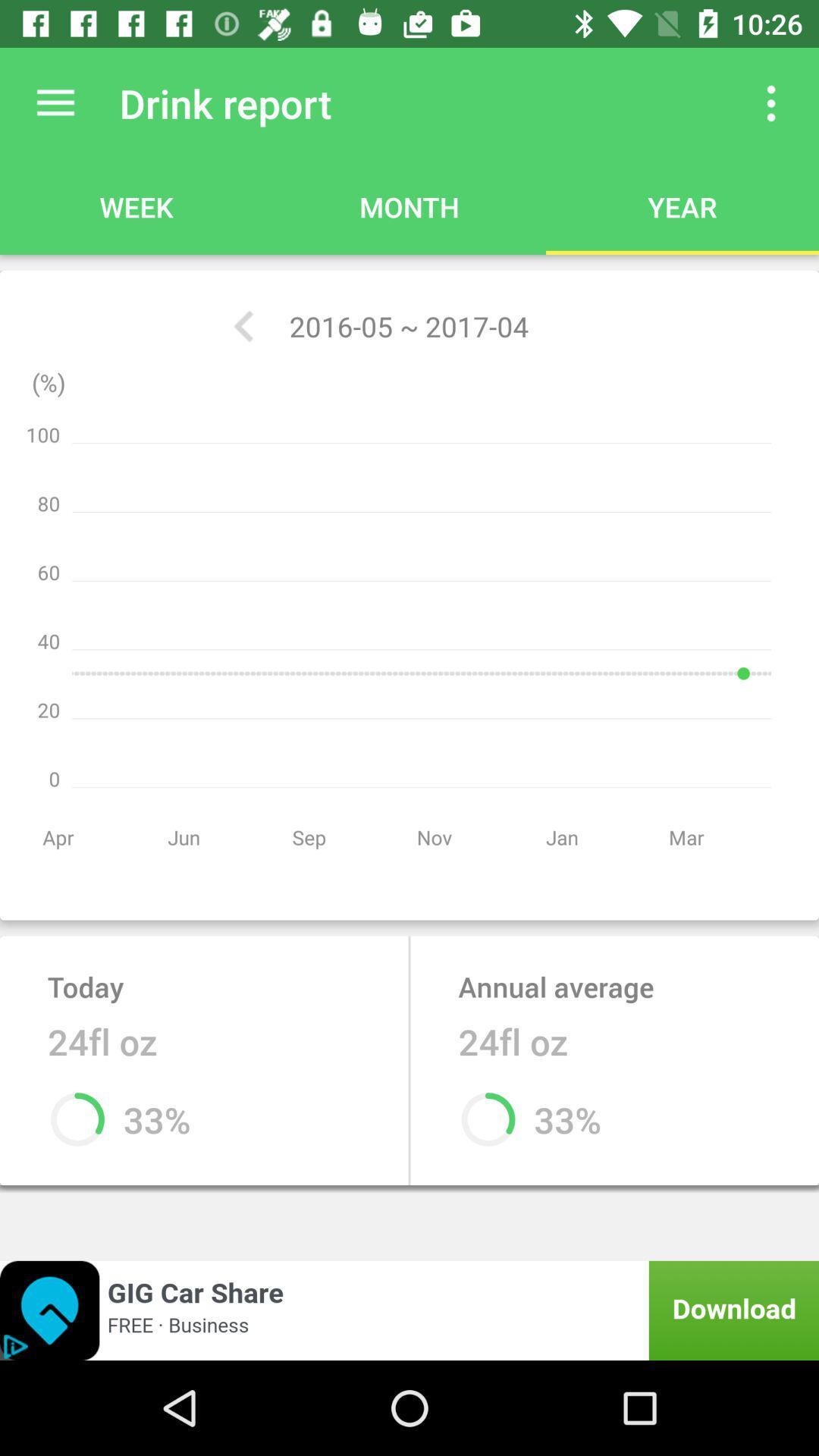 The height and width of the screenshot is (1456, 819). I want to click on the icon next to 2016 05 2017 icon, so click(242, 325).